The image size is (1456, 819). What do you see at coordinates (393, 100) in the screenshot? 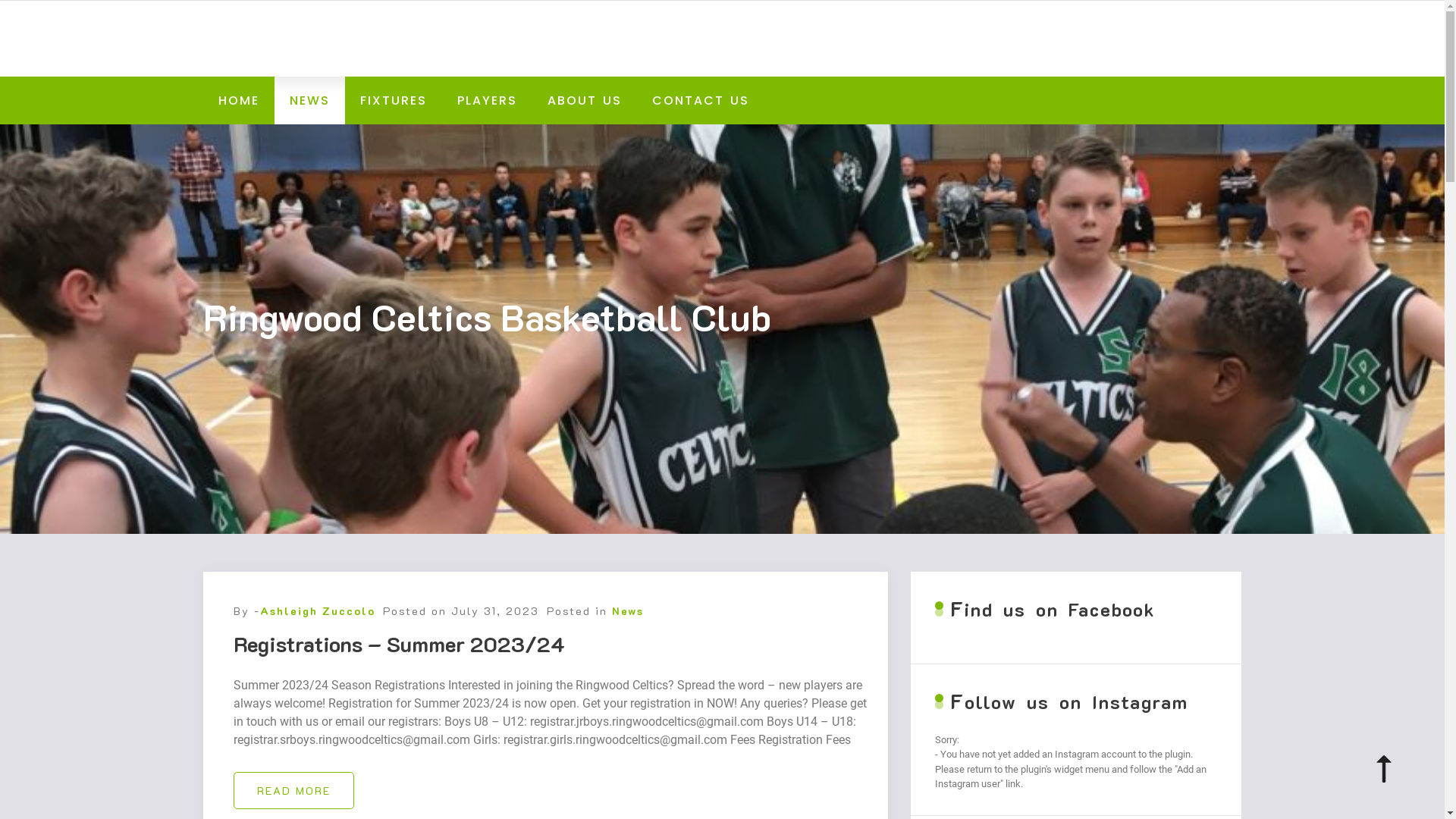
I see `'FIXTURES'` at bounding box center [393, 100].